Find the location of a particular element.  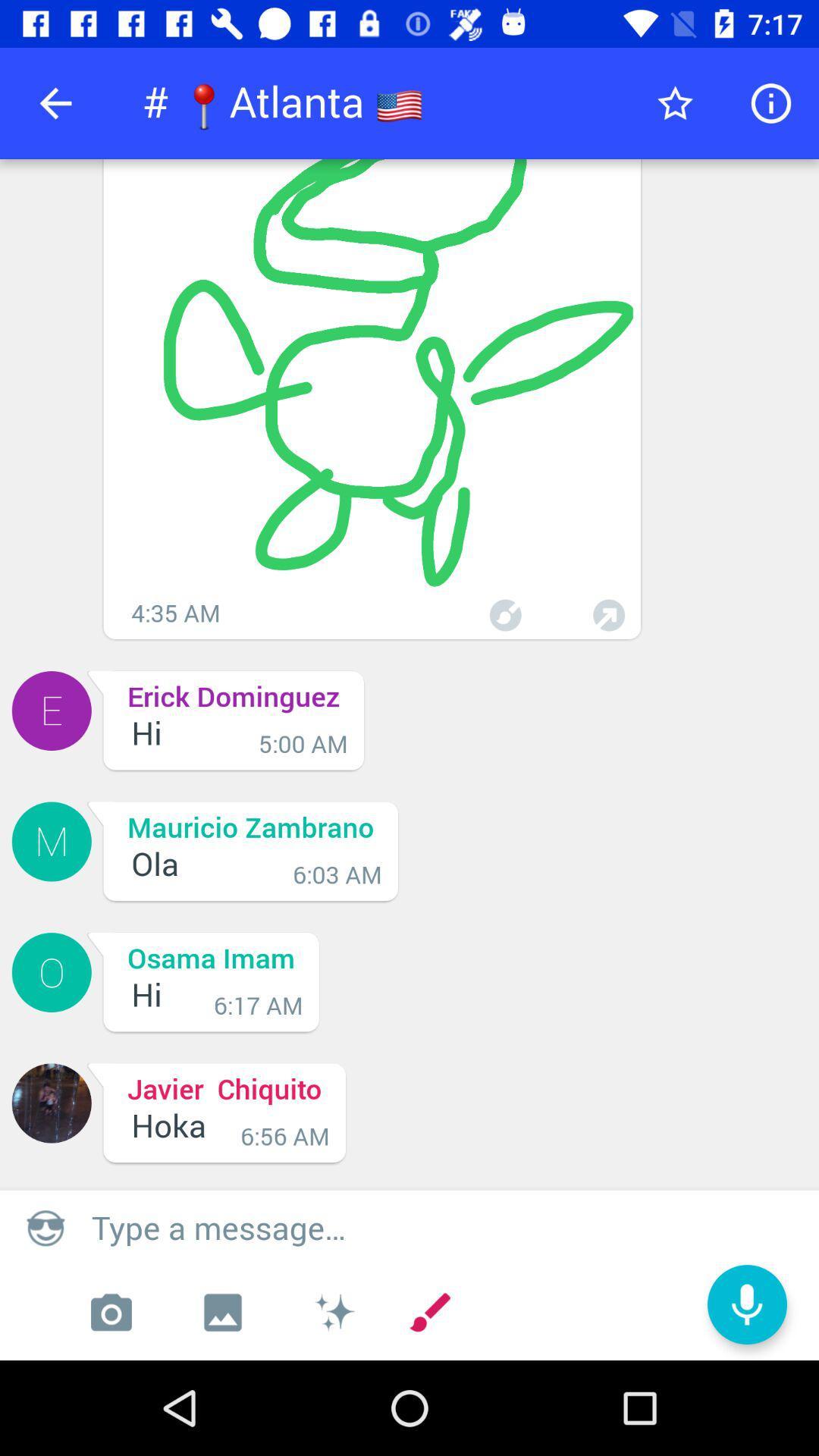

the edit icon is located at coordinates (430, 1312).